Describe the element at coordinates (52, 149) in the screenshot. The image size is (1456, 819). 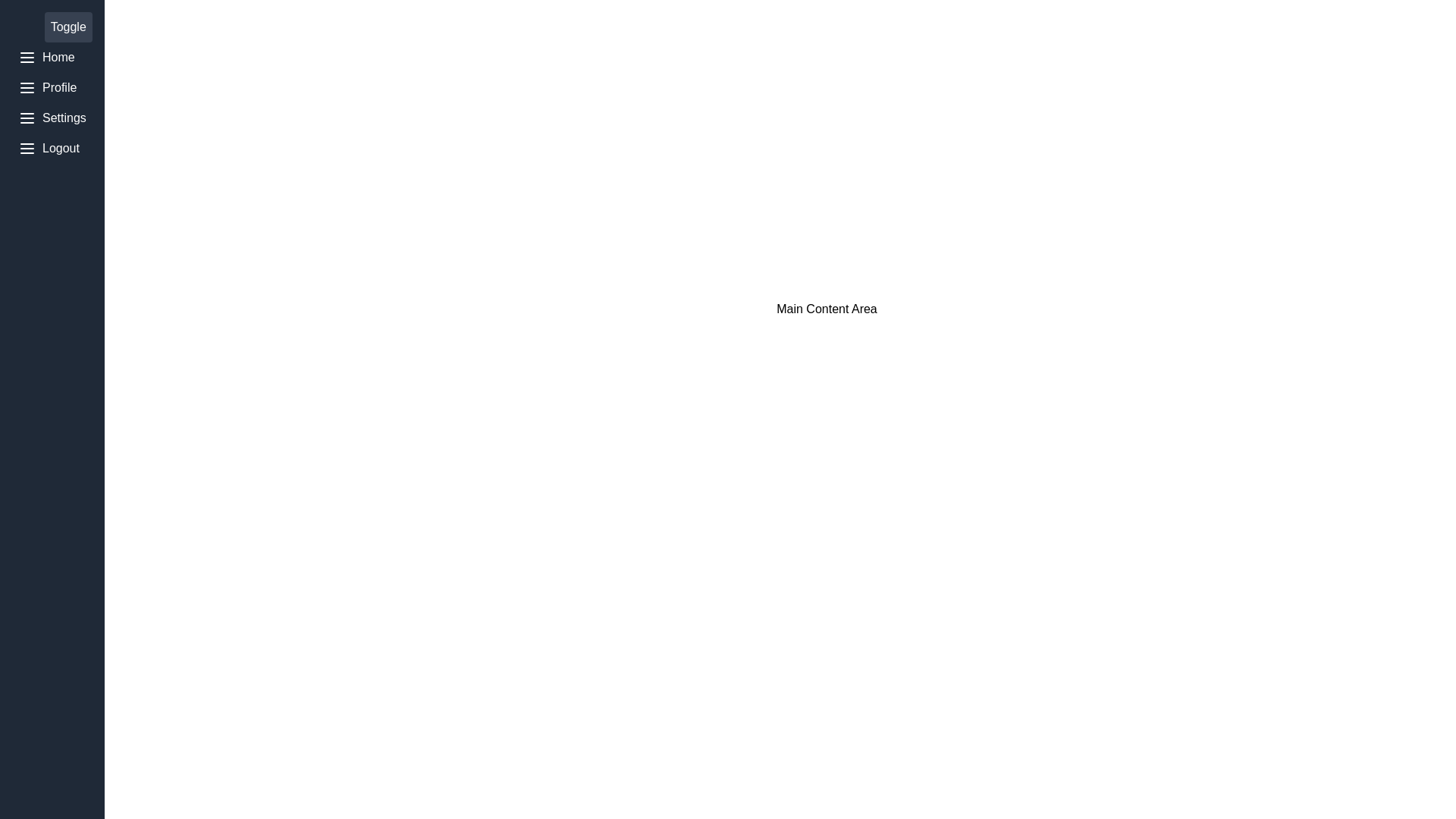
I see `the menu item Logout to inspect its icon` at that location.